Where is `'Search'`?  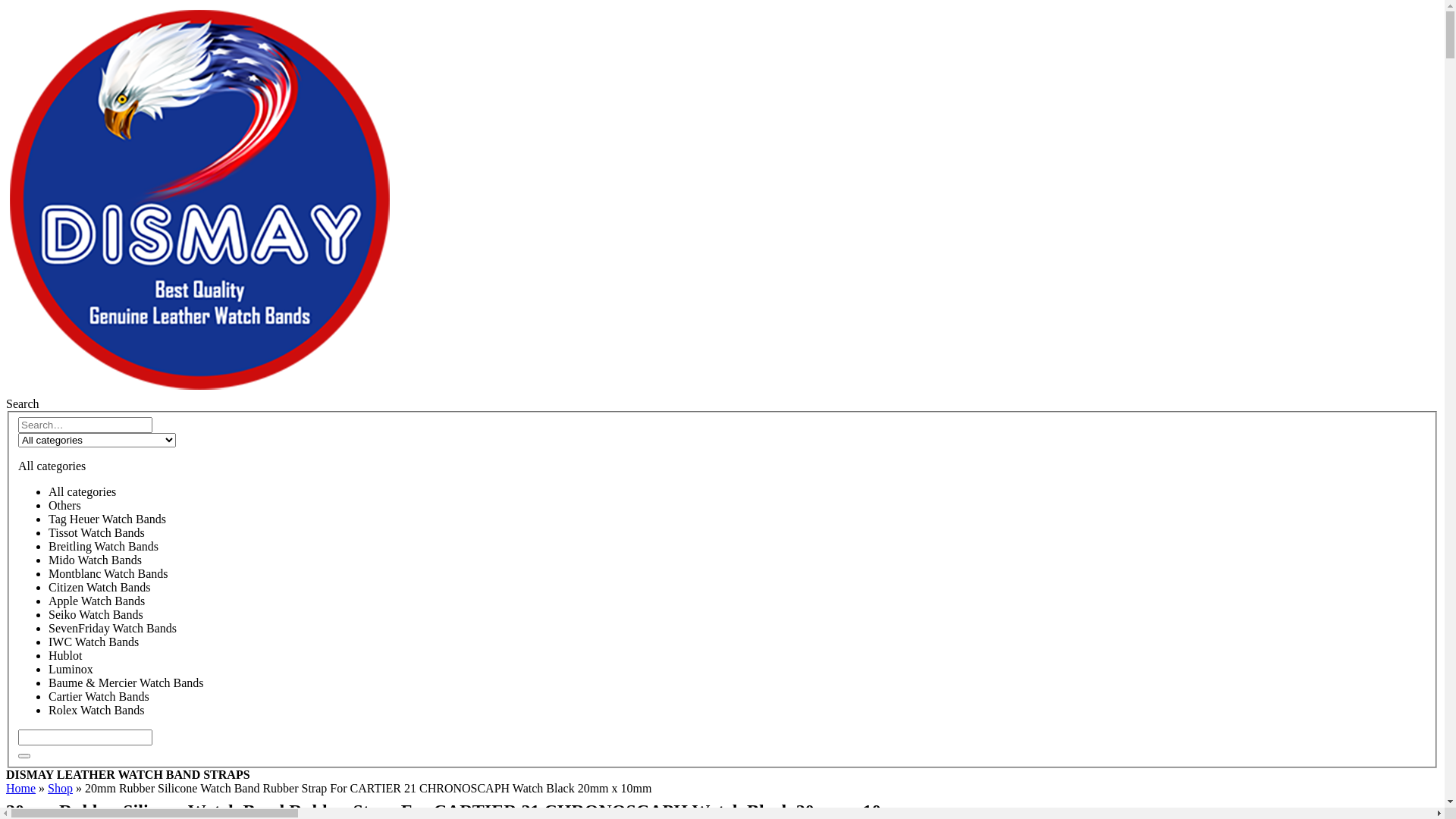 'Search' is located at coordinates (22, 403).